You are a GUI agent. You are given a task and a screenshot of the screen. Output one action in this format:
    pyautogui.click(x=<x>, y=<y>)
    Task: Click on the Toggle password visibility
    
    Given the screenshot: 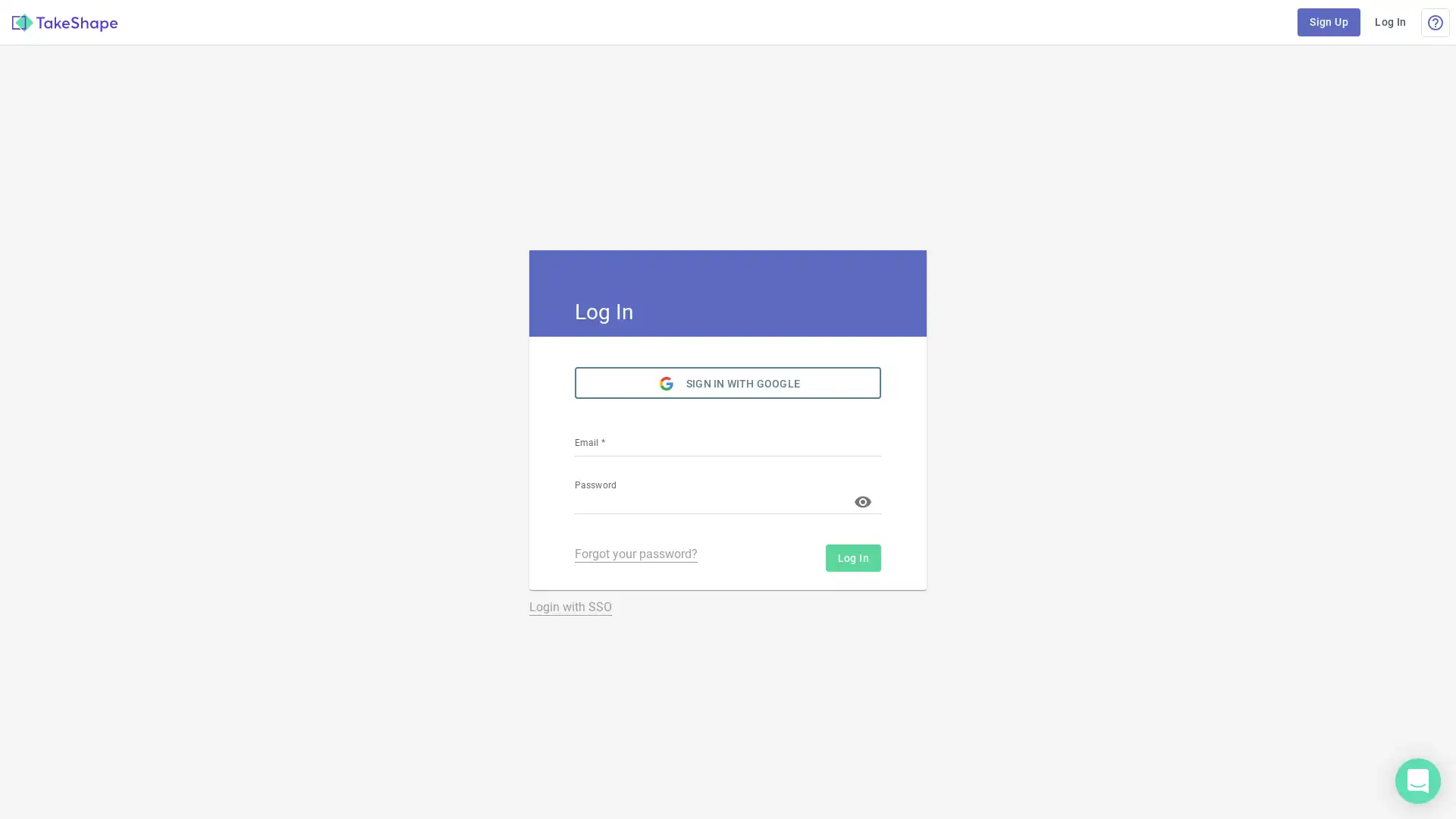 What is the action you would take?
    pyautogui.click(x=862, y=500)
    